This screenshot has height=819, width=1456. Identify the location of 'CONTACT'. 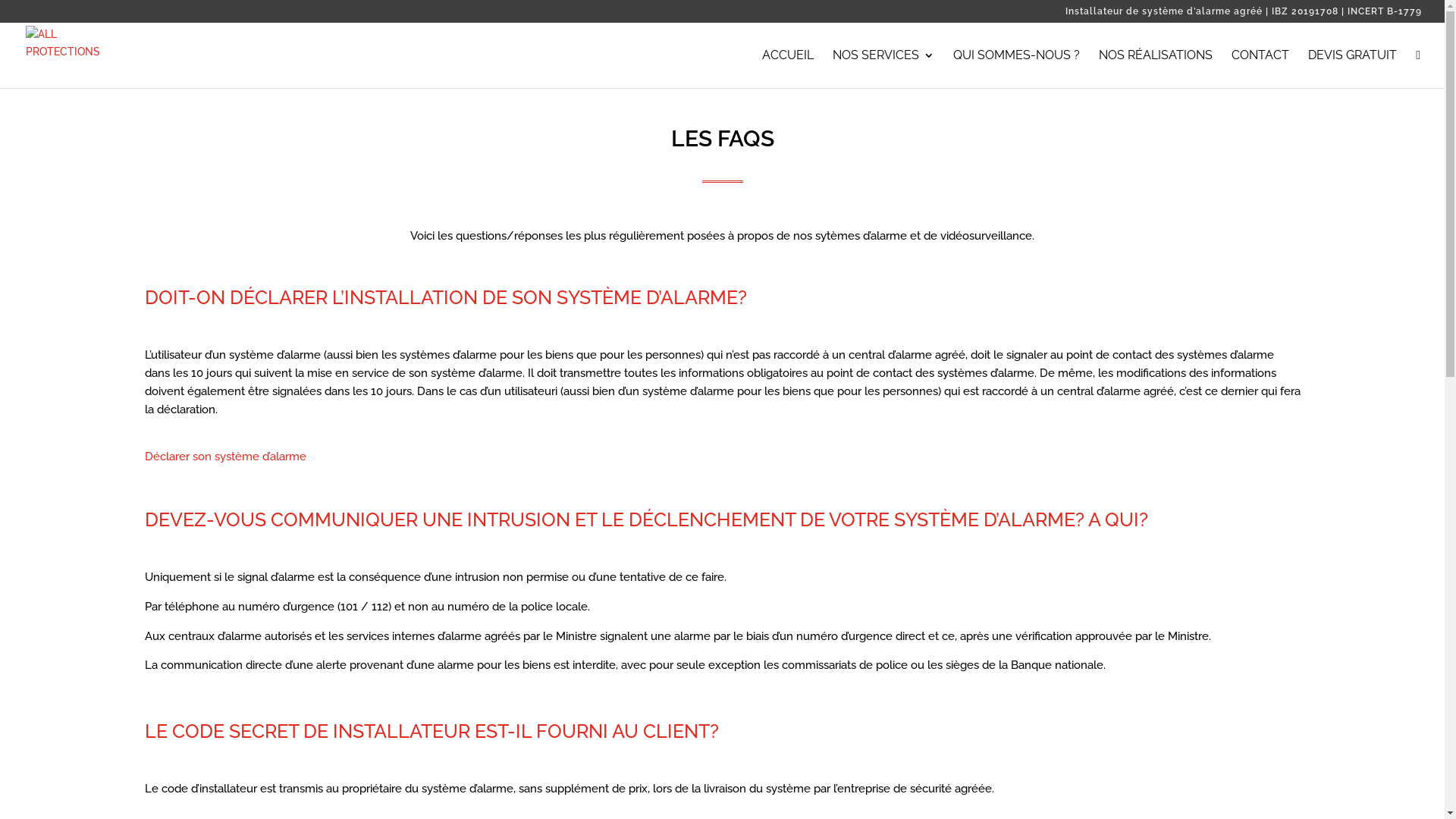
(1231, 68).